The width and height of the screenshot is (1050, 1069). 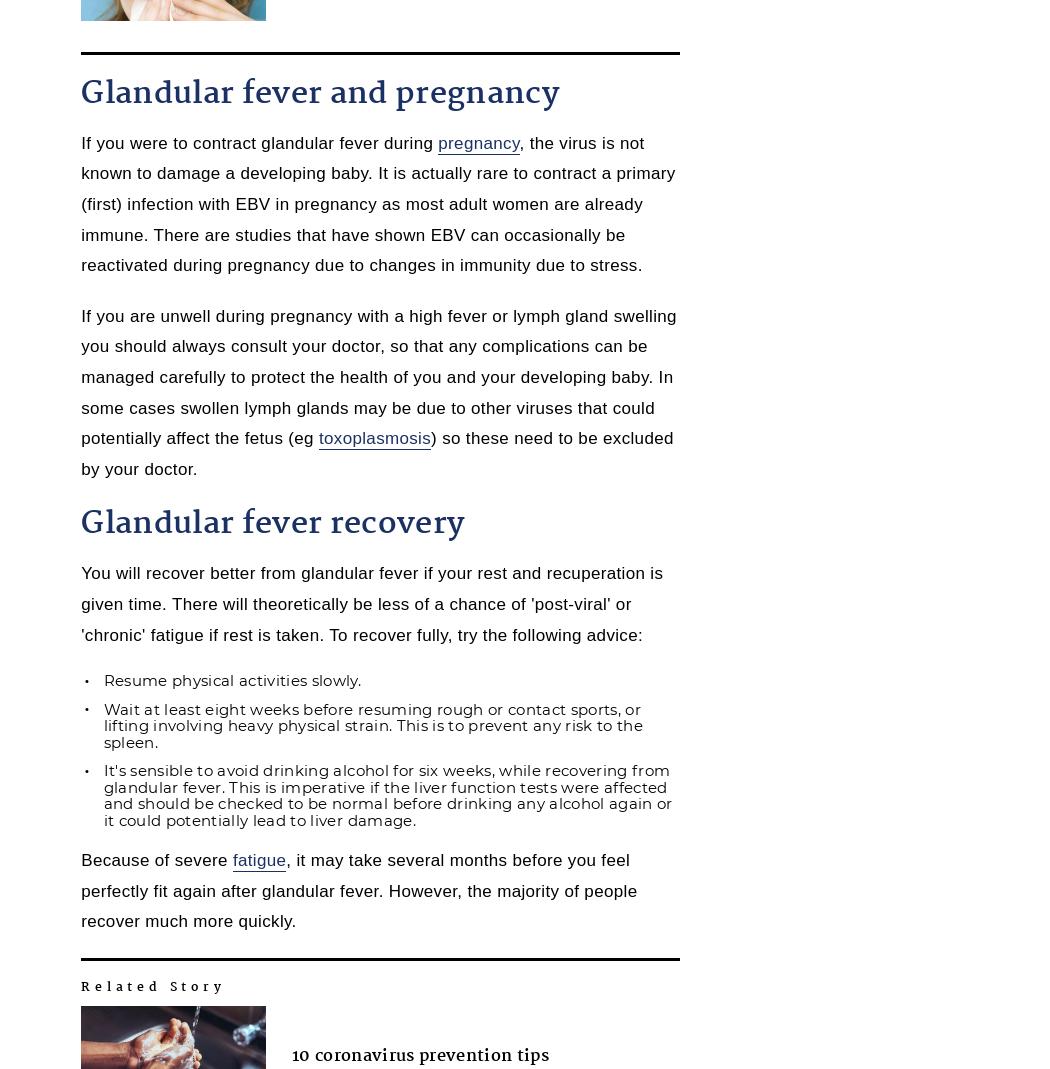 I want to click on 'If you are unwell during pregnancy with a high fever or lymph gland swelling you should always consult your doctor, so that any complications can be managed carefully to protect the health of you and your developing baby. In some cases swollen lymph glands may be due to other viruses that could potentially affect the fetus (eg', so click(x=80, y=377).